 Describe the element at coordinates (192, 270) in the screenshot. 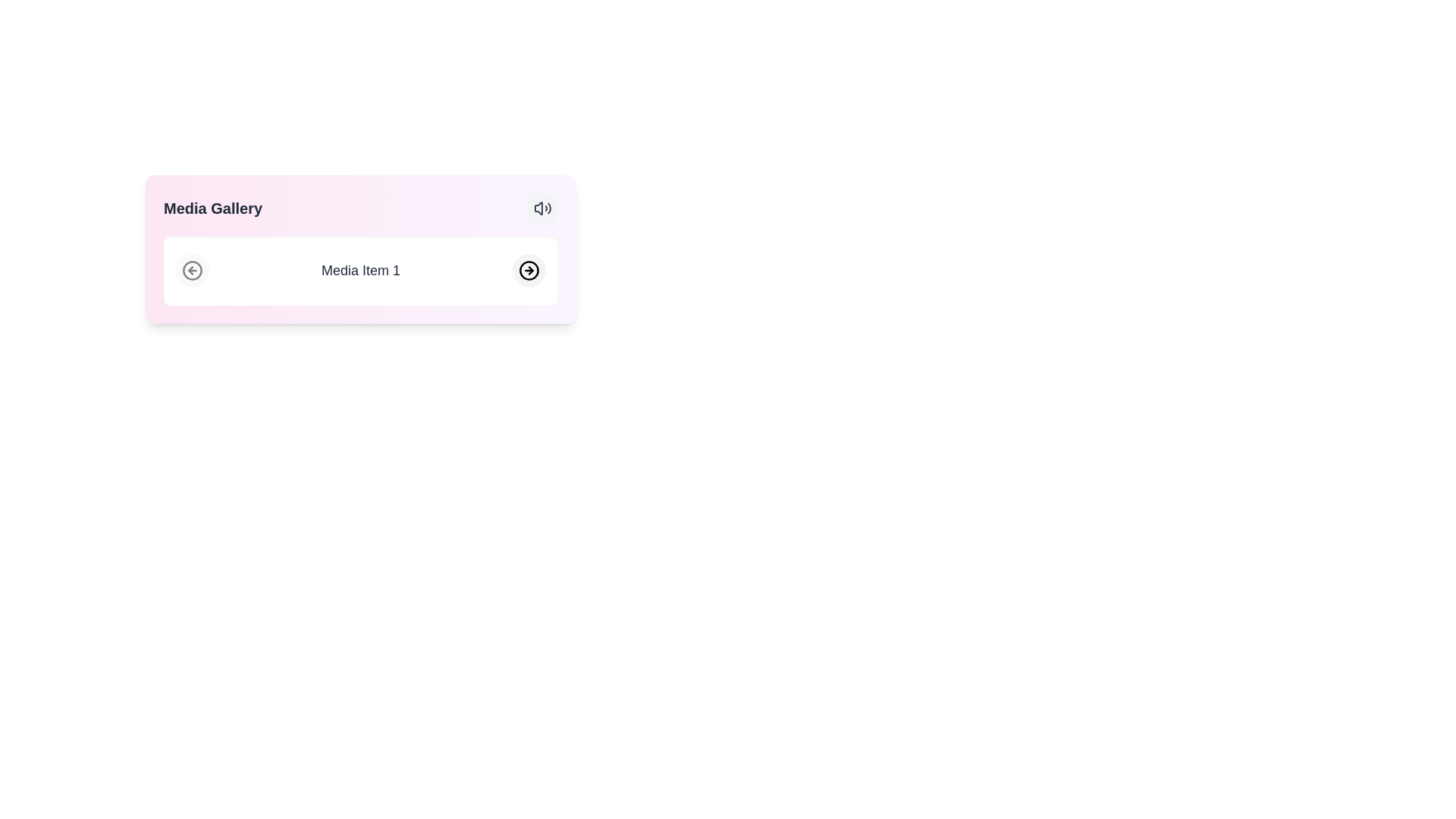

I see `the left navigation button in the 'Media Item 1' section` at that location.